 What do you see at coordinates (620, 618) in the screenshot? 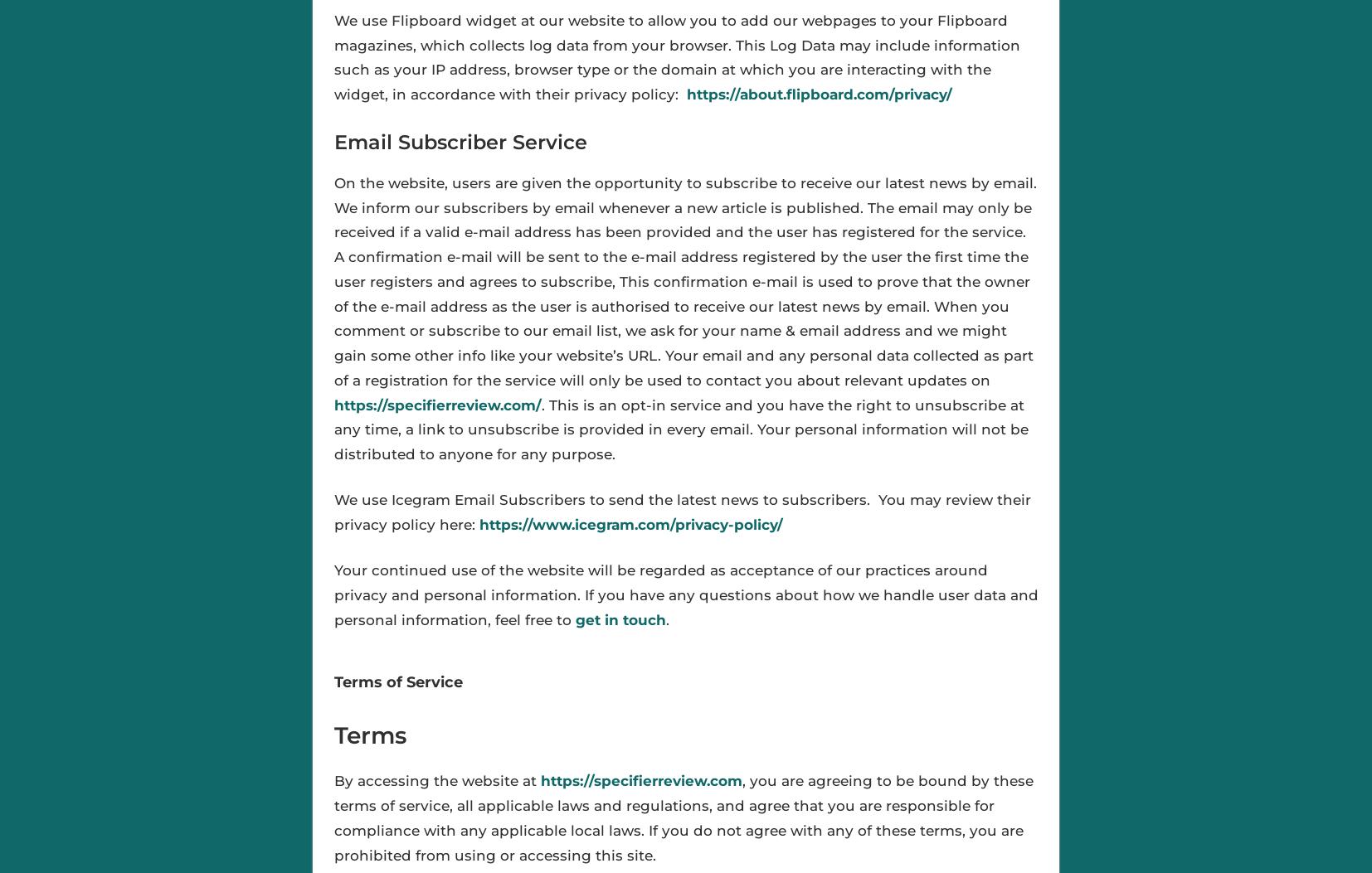
I see `'get in touch'` at bounding box center [620, 618].